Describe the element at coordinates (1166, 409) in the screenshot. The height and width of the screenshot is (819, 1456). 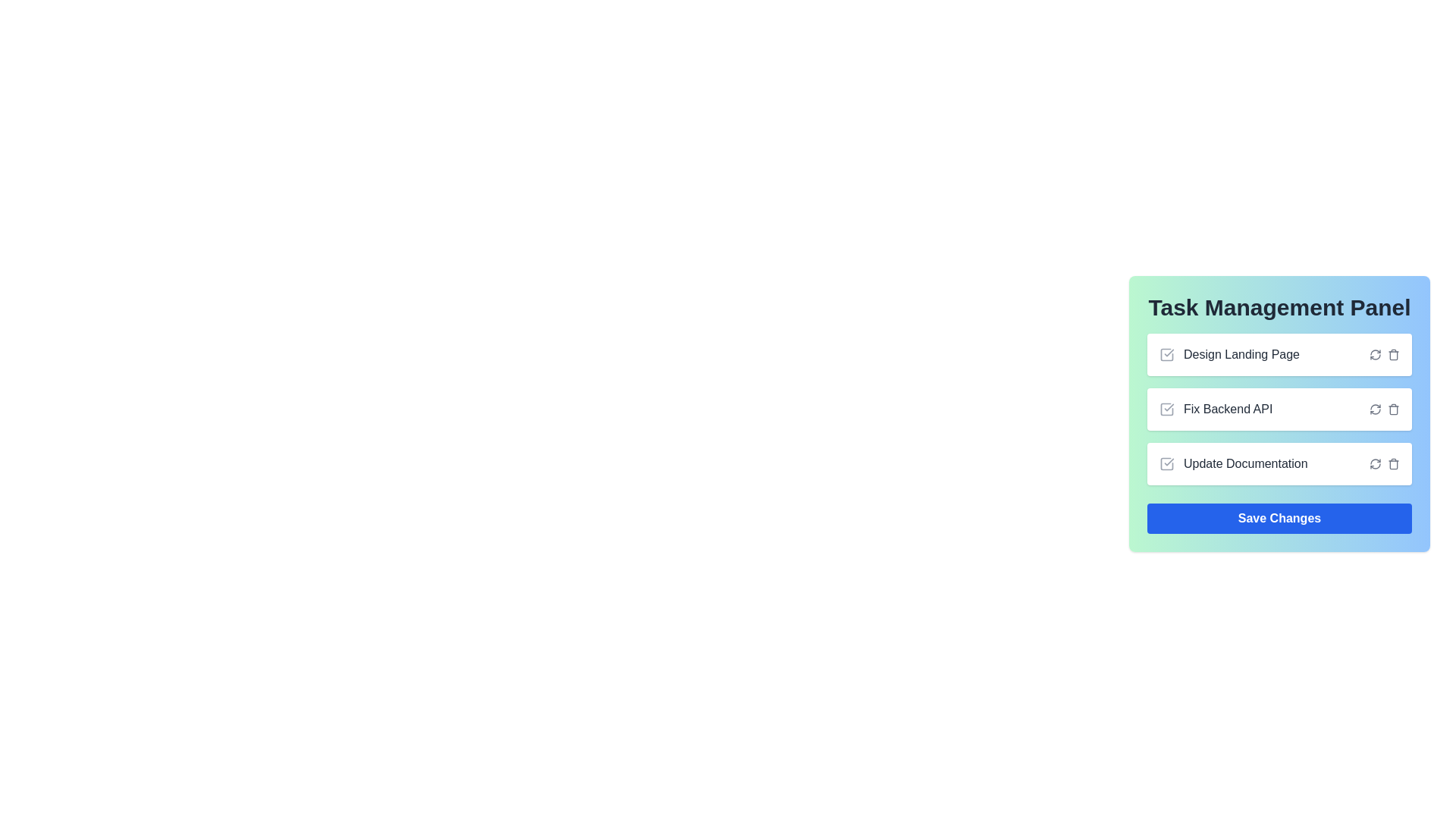
I see `the inactive checkbox-like indicator for the 'Fix Backend API' task in the Task Management Panel` at that location.